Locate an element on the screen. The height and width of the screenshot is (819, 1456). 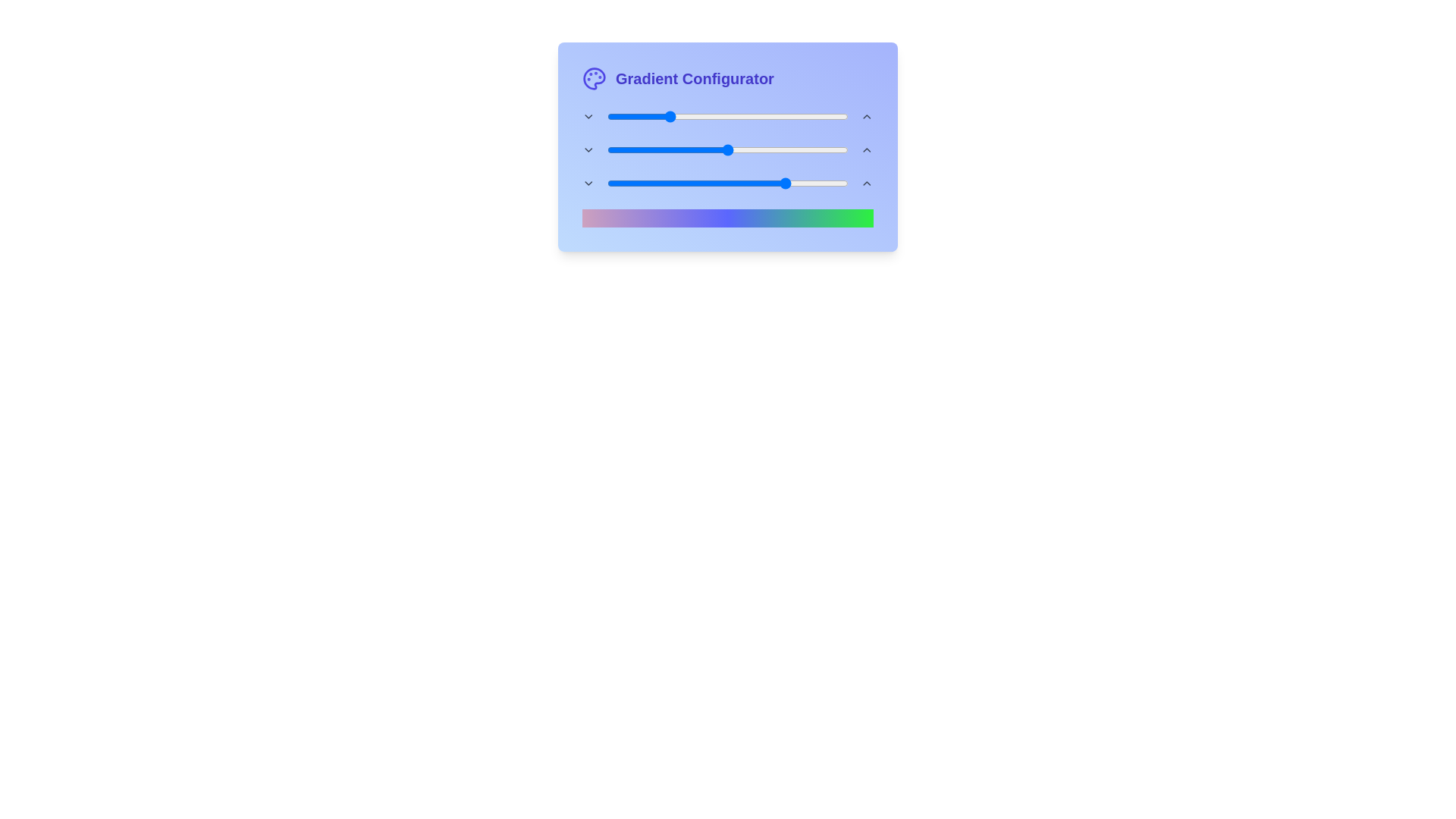
the mid gradient slider to 96 percent is located at coordinates (838, 149).